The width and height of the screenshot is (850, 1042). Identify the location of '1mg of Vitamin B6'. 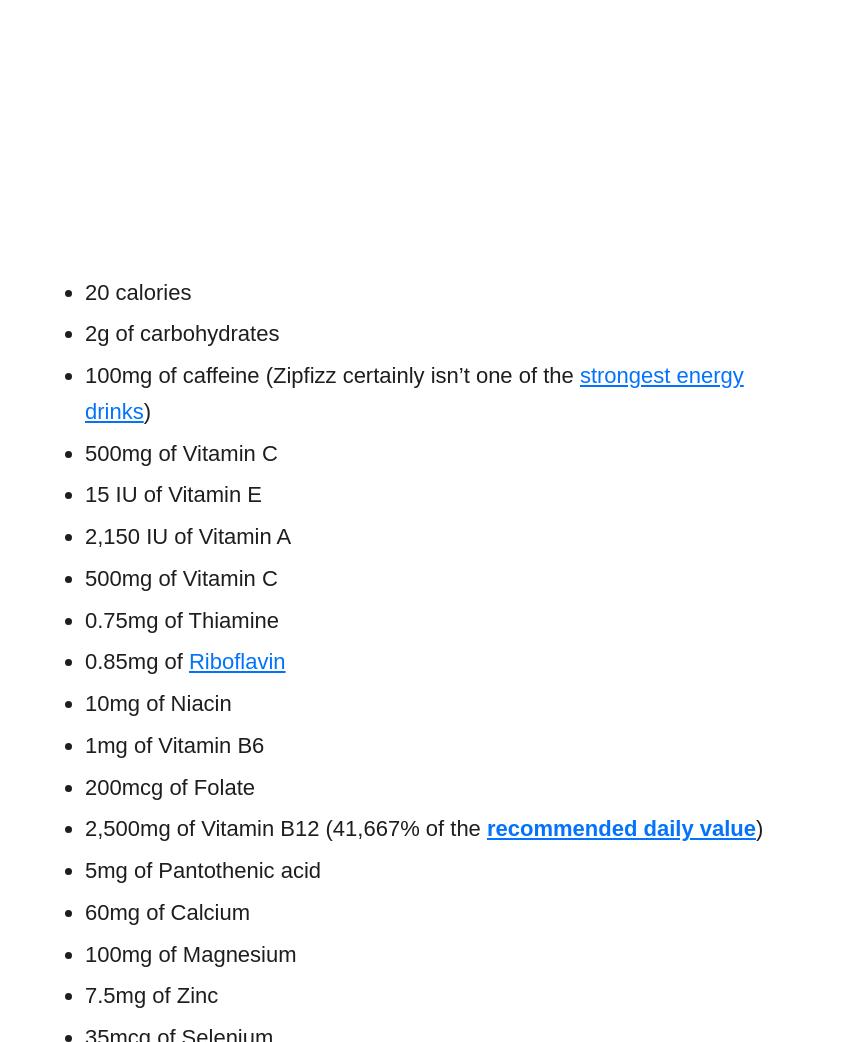
(173, 743).